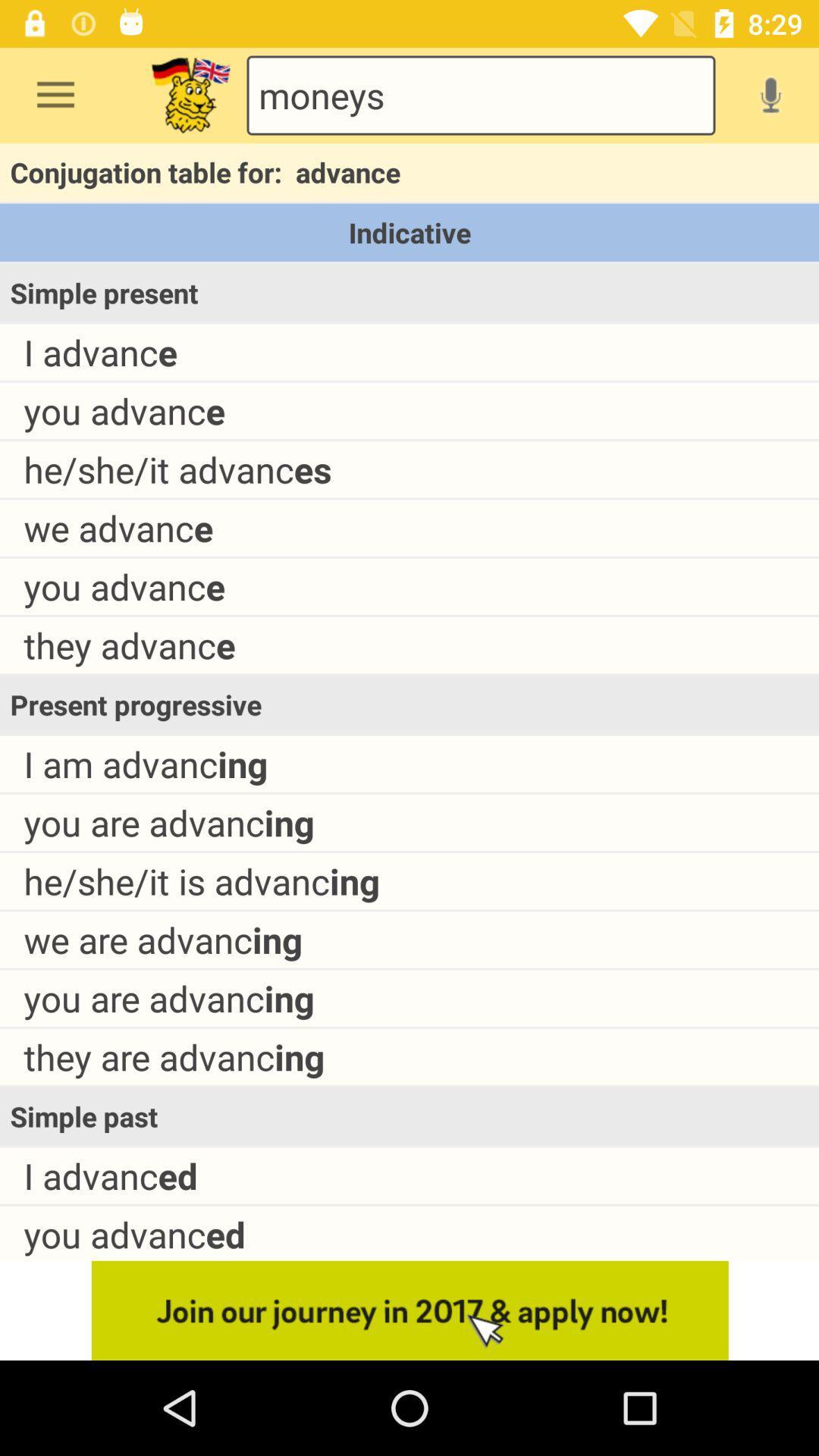 Image resolution: width=819 pixels, height=1456 pixels. What do you see at coordinates (190, 94) in the screenshot?
I see `logo` at bounding box center [190, 94].